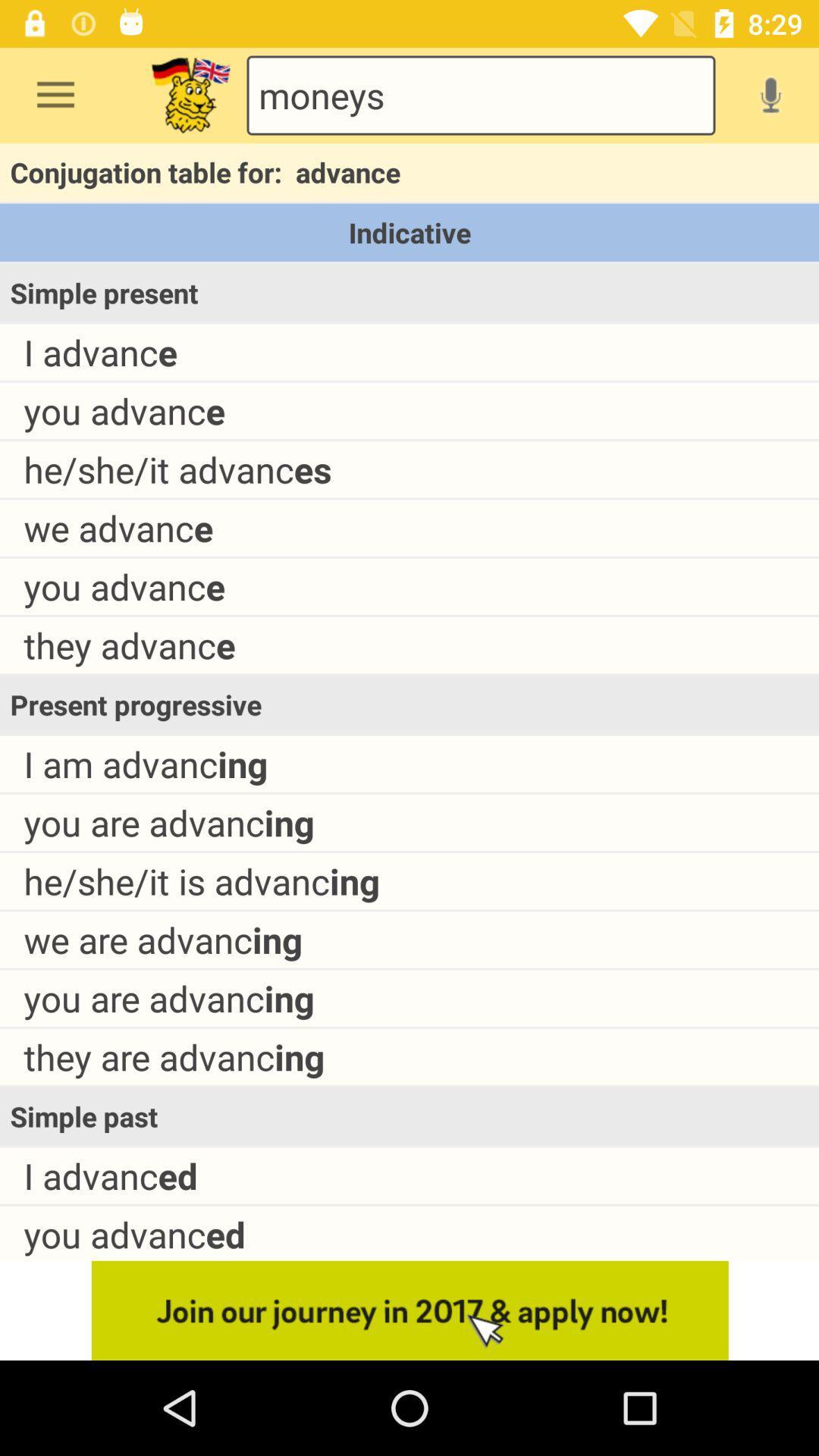 Image resolution: width=819 pixels, height=1456 pixels. What do you see at coordinates (190, 94) in the screenshot?
I see `logo` at bounding box center [190, 94].